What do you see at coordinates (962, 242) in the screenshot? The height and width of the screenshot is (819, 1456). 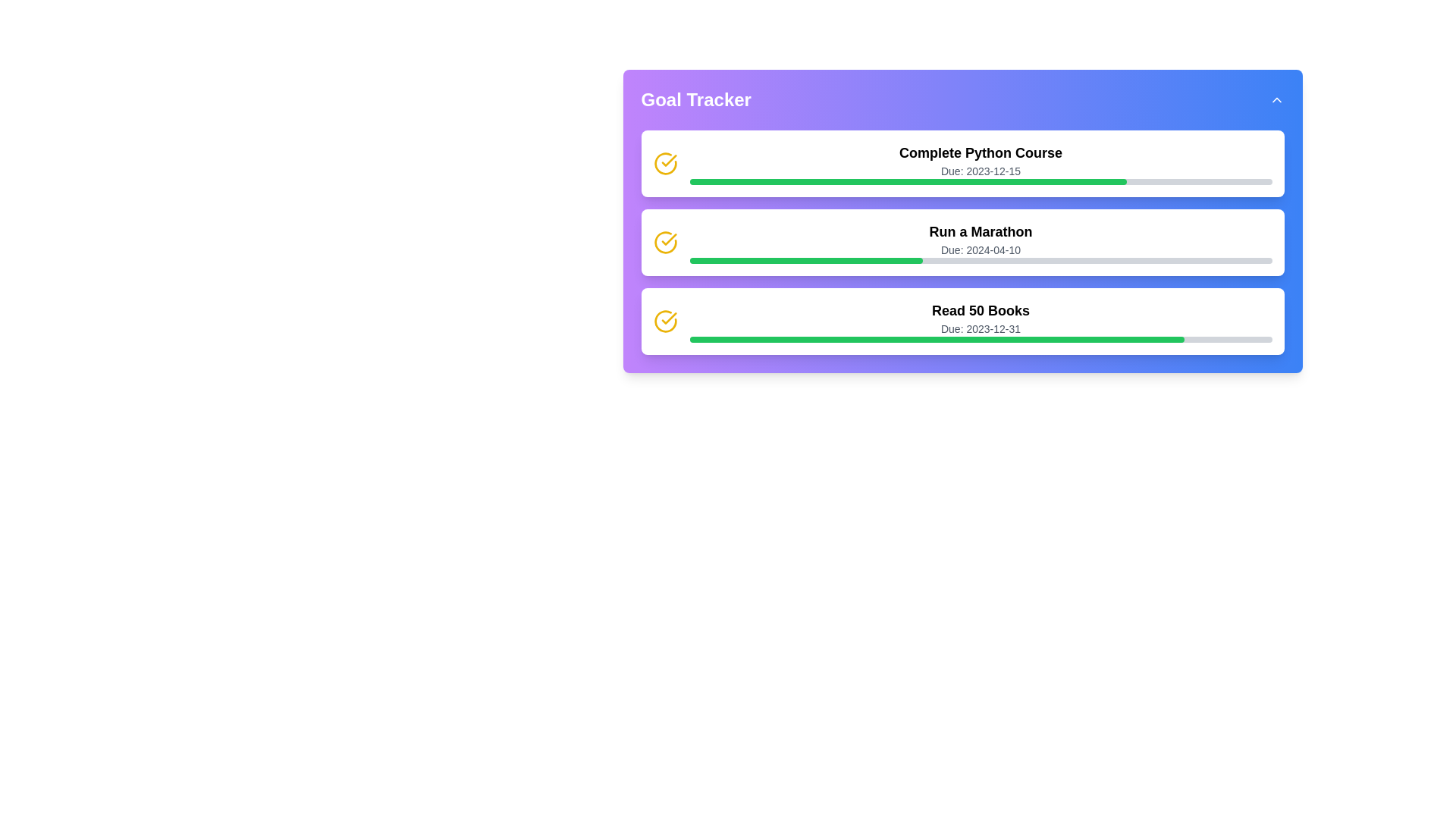 I see `the second section of the 'Goal Tracker' that contains a vertically stacked list of goal cards, each with a title, due date, and progress bar` at bounding box center [962, 242].